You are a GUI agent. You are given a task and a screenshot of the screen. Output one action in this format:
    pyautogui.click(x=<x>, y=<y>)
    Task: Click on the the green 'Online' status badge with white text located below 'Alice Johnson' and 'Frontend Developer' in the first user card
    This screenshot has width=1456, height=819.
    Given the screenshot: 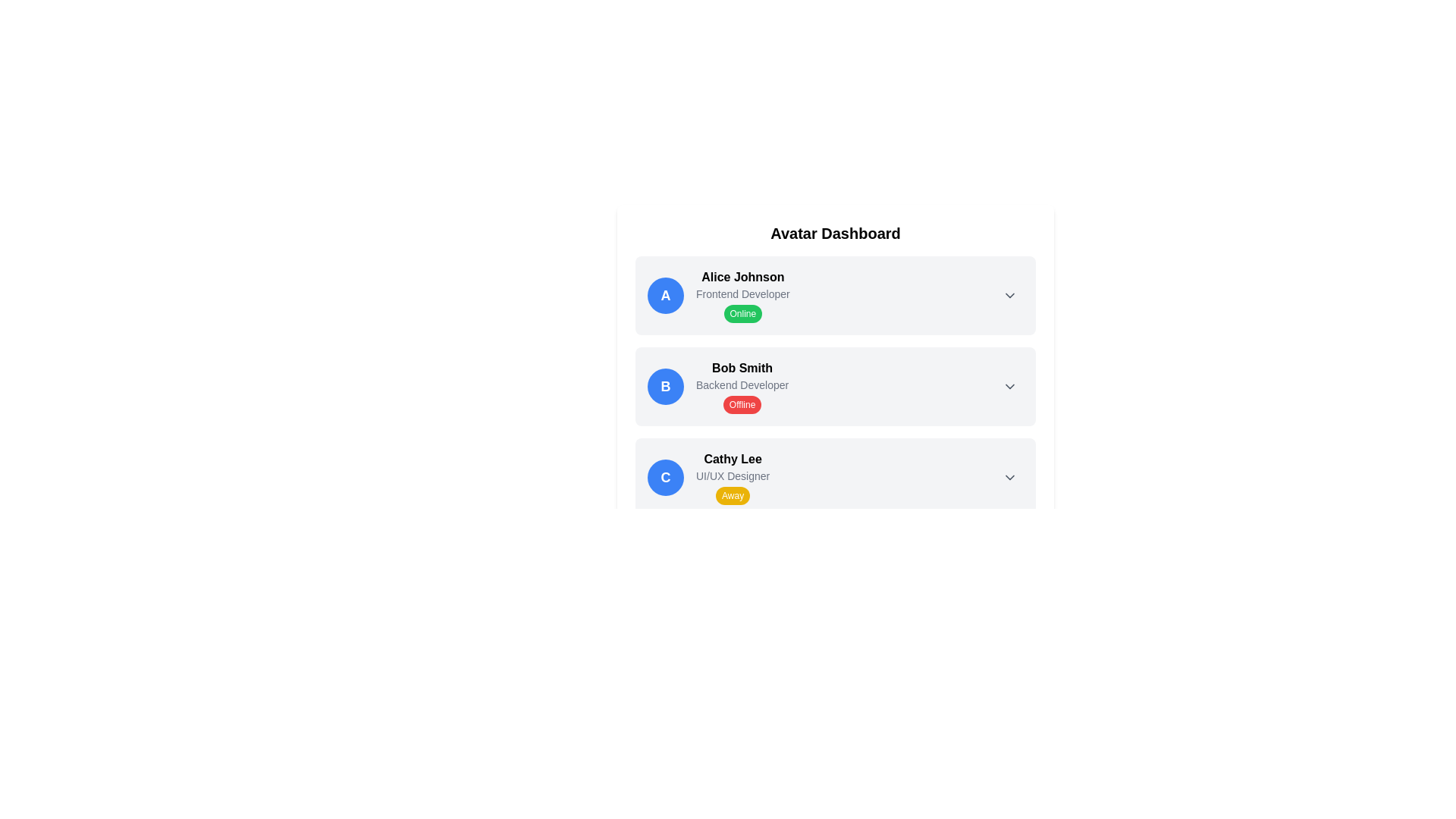 What is the action you would take?
    pyautogui.click(x=742, y=312)
    